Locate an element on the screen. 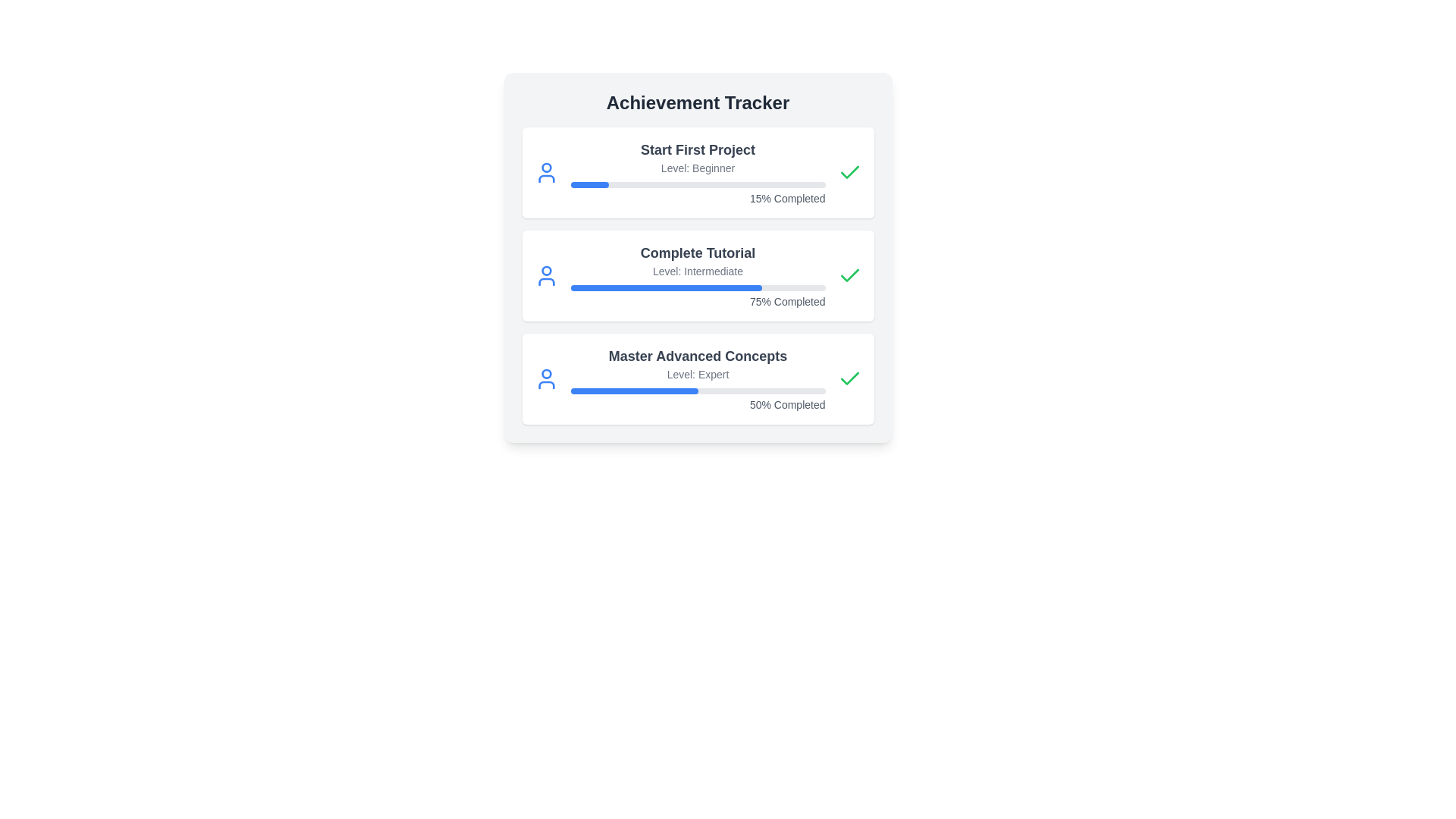 The width and height of the screenshot is (1456, 819). the blue progress bar segment representing 75% completion in the 'Complete Tutorial' section of the Achievement Tracker interface is located at coordinates (666, 288).